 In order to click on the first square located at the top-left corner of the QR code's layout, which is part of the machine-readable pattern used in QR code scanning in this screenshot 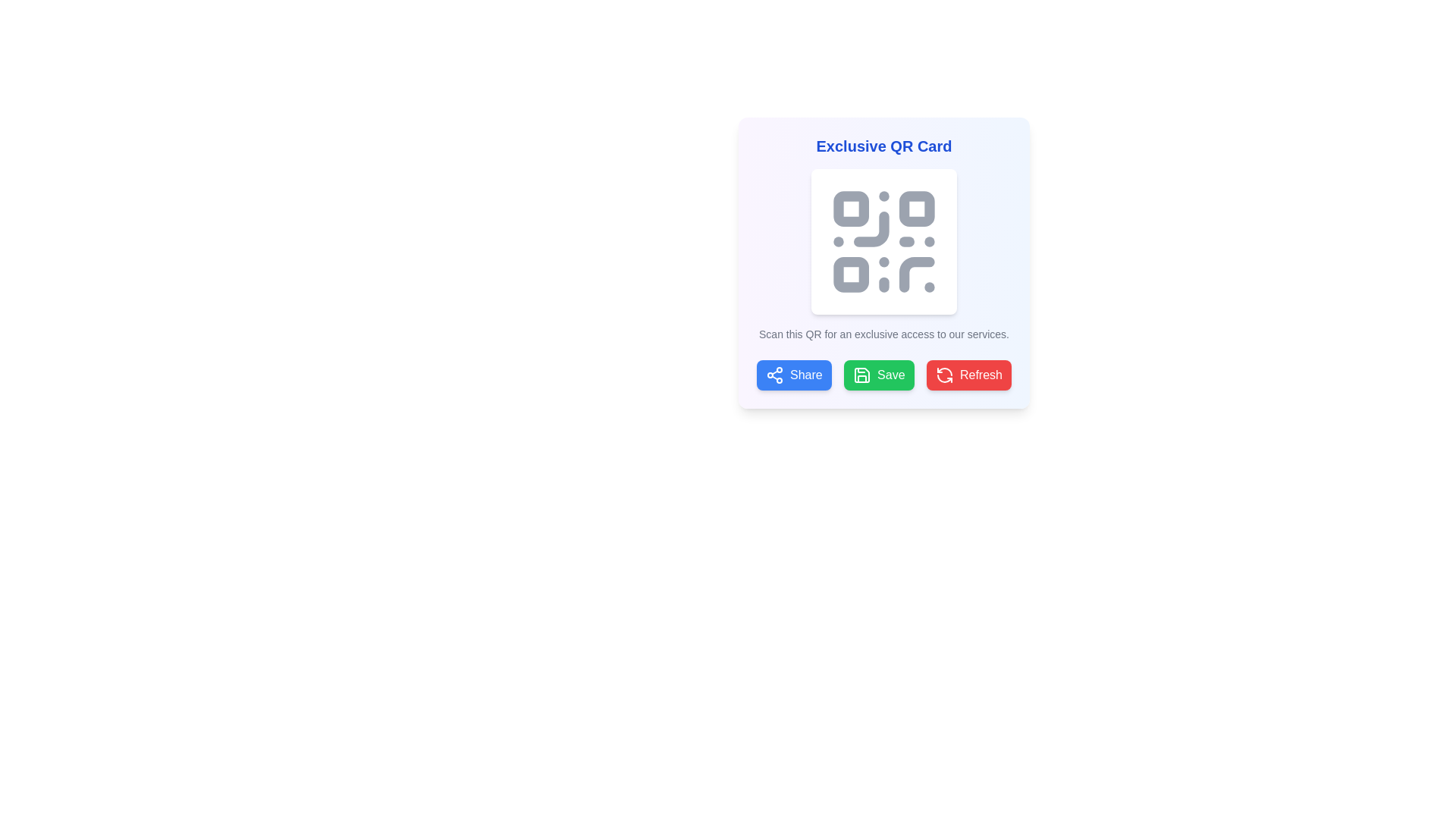, I will do `click(851, 209)`.